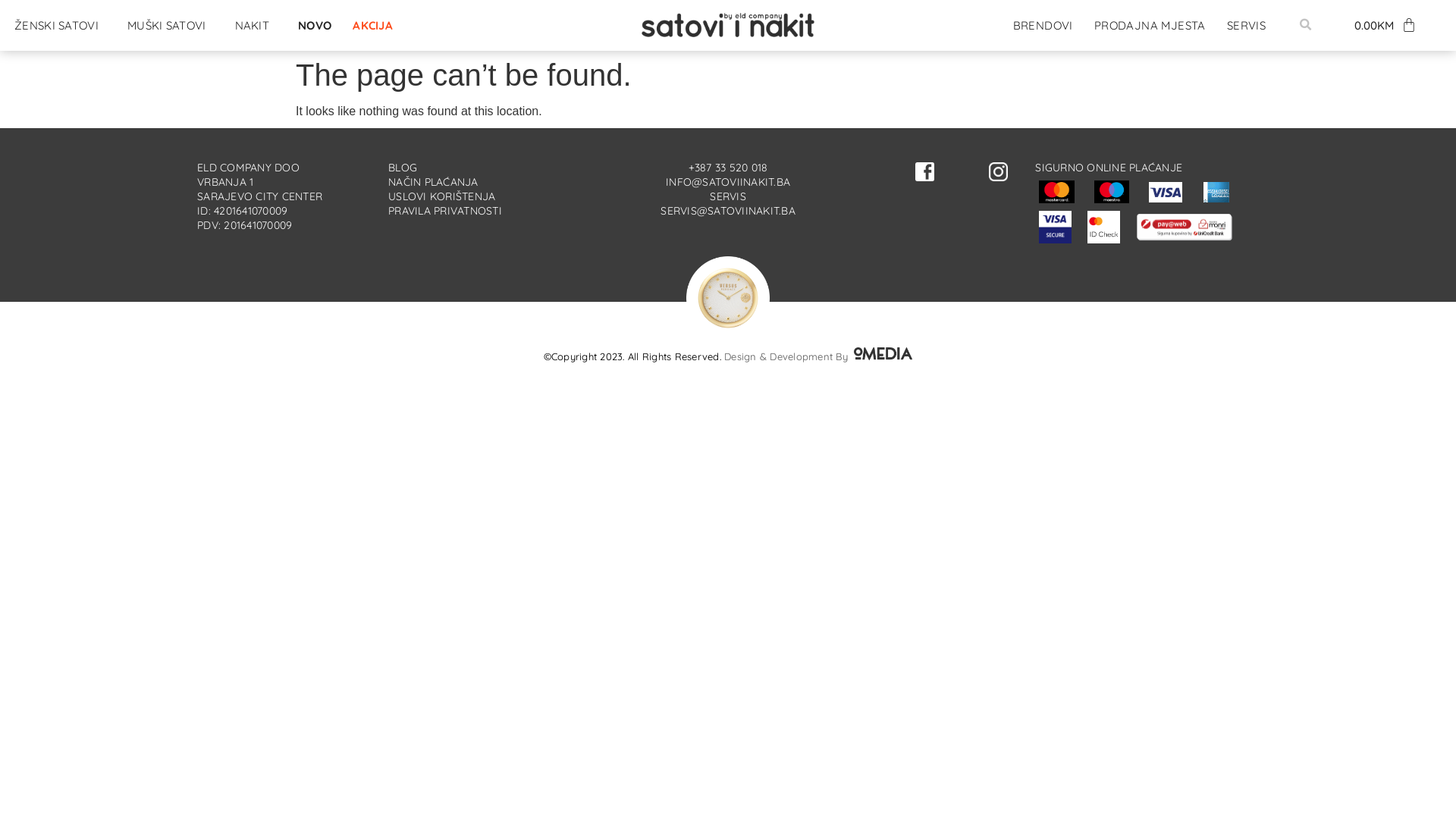  What do you see at coordinates (444, 210) in the screenshot?
I see `'PRAVILA PRIVATNOSTI'` at bounding box center [444, 210].